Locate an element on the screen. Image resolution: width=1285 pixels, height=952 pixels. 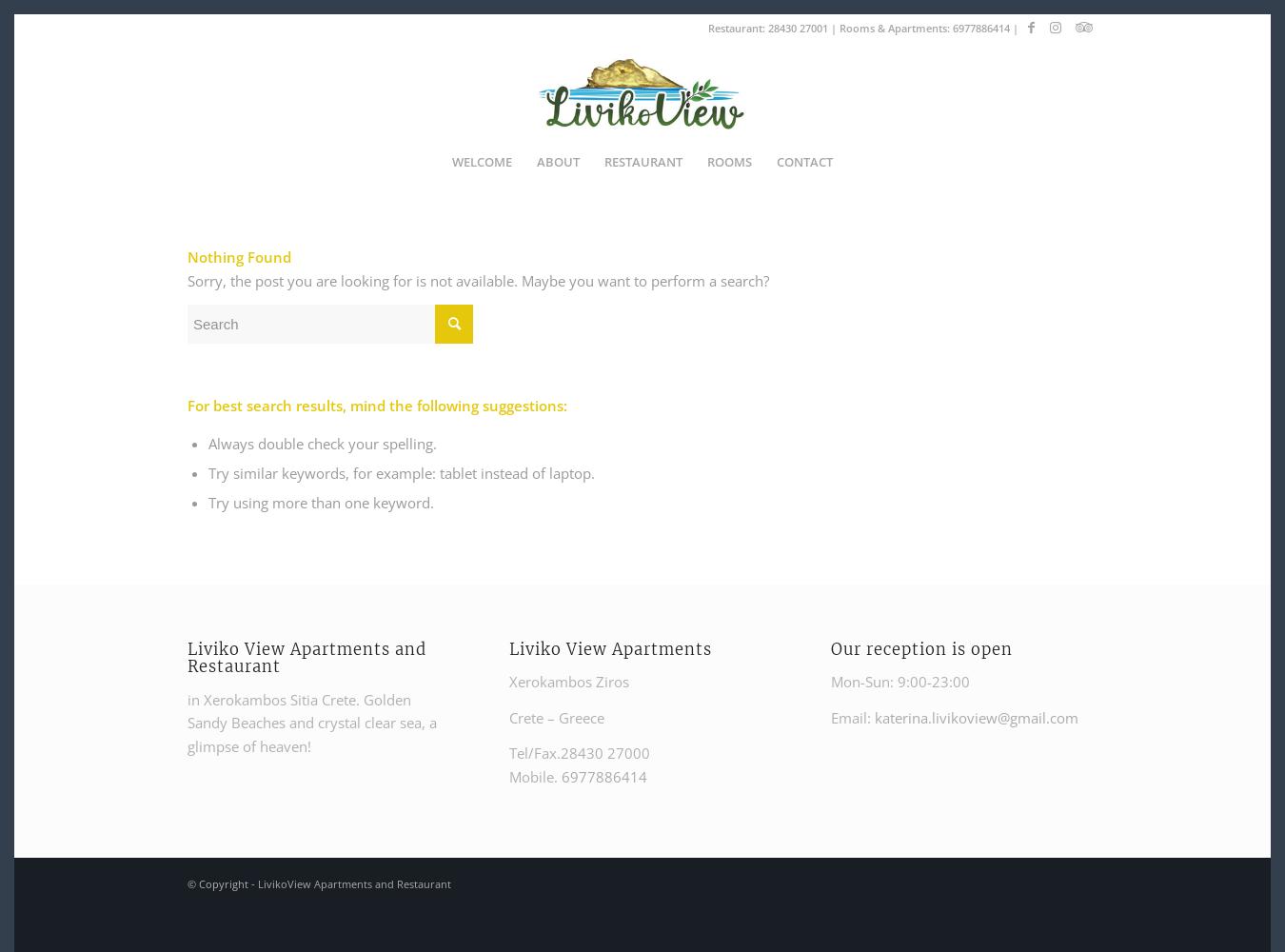
'Restaurant:' is located at coordinates (706, 28).